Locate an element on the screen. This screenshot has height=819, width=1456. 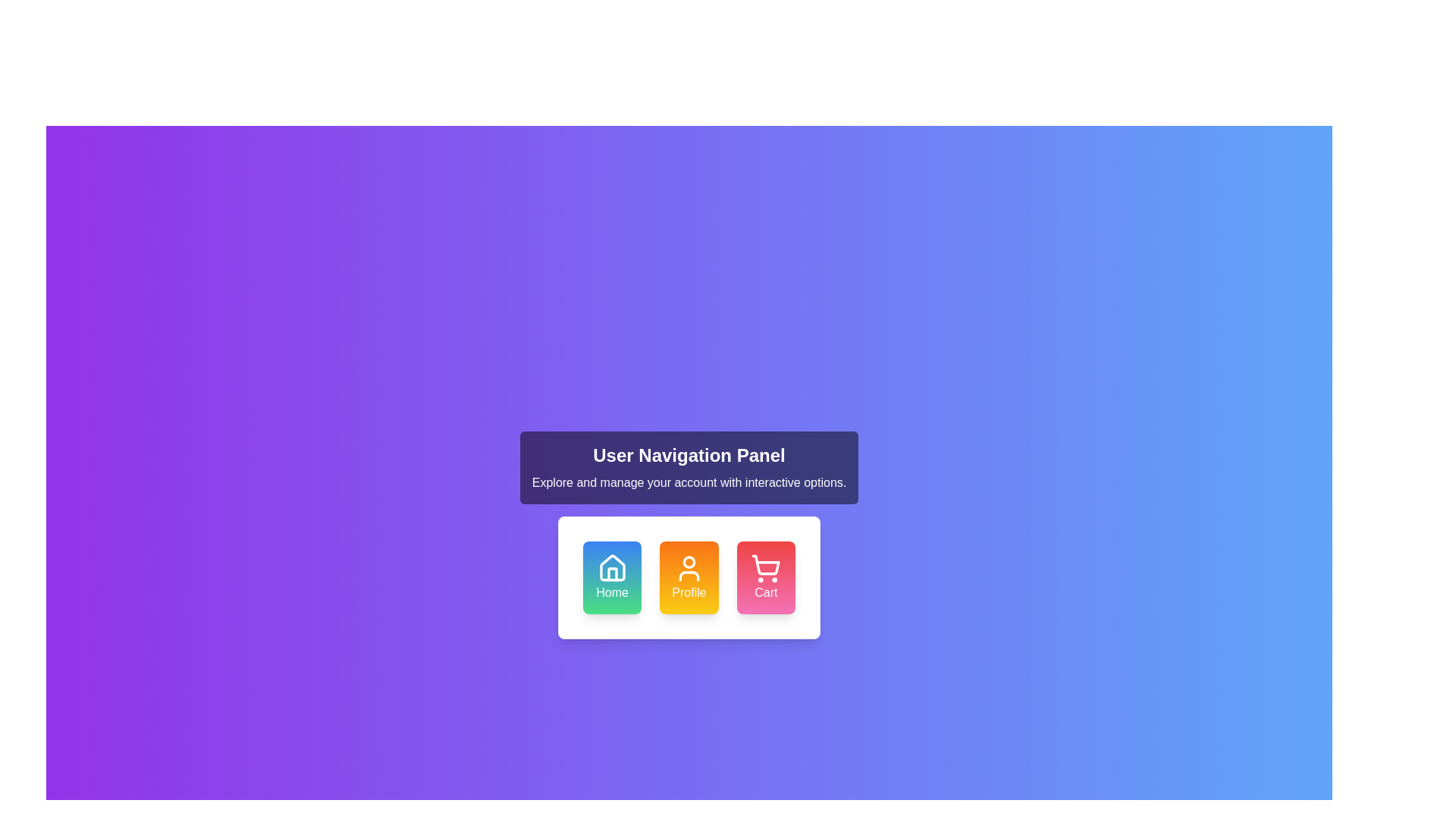
the house icon, which is a minimalist white vector icon located at the top center of the green rectangular 'Home' button in the User Navigation Panel is located at coordinates (612, 568).